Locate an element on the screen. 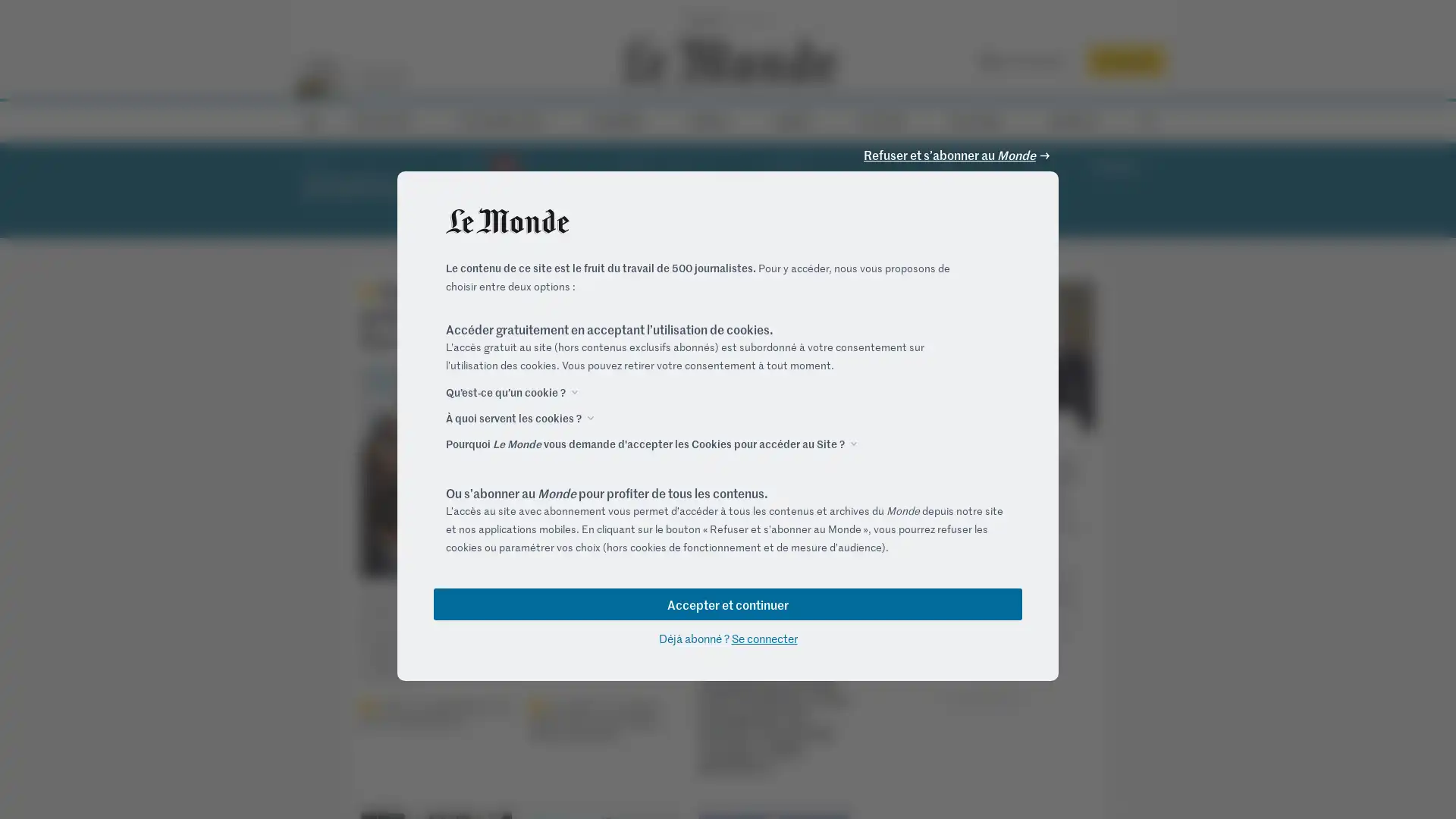 The image size is (1456, 819). Pourquoi Le Monde vous demande d'accepter les Cookies pour acceder au Site ? is located at coordinates (645, 444).